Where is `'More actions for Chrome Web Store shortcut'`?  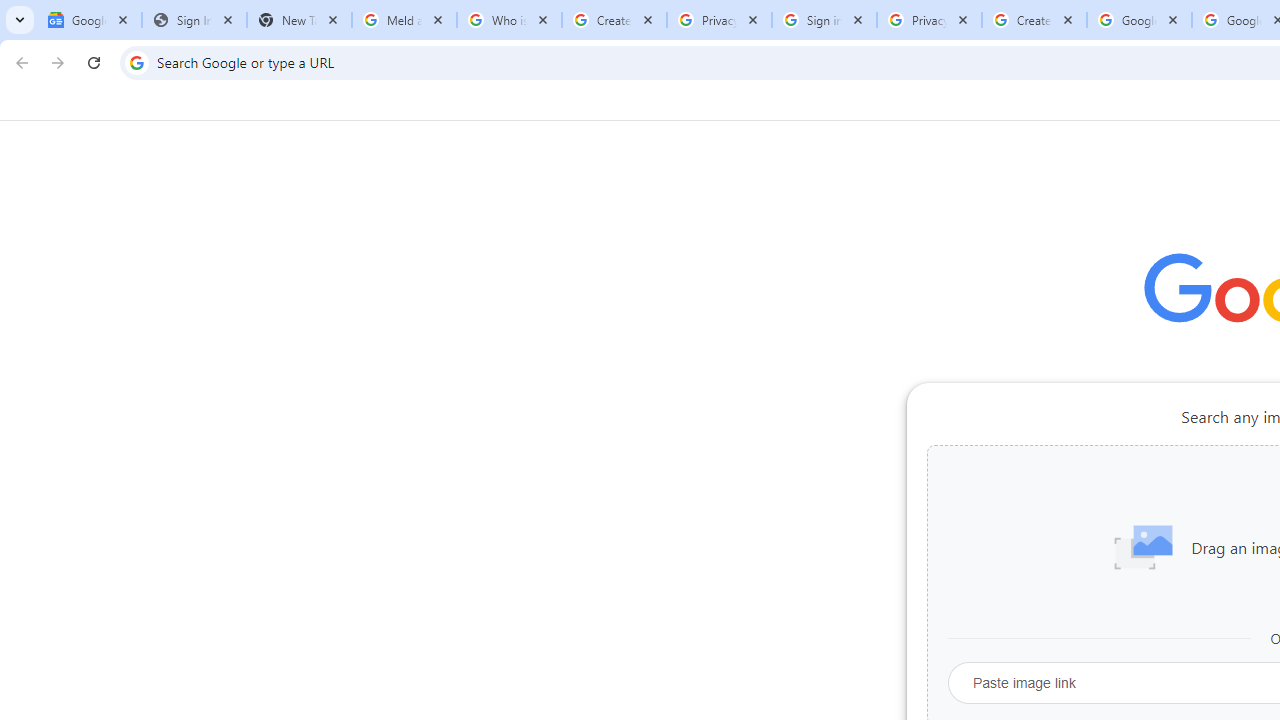
'More actions for Chrome Web Store shortcut' is located at coordinates (1207, 466).